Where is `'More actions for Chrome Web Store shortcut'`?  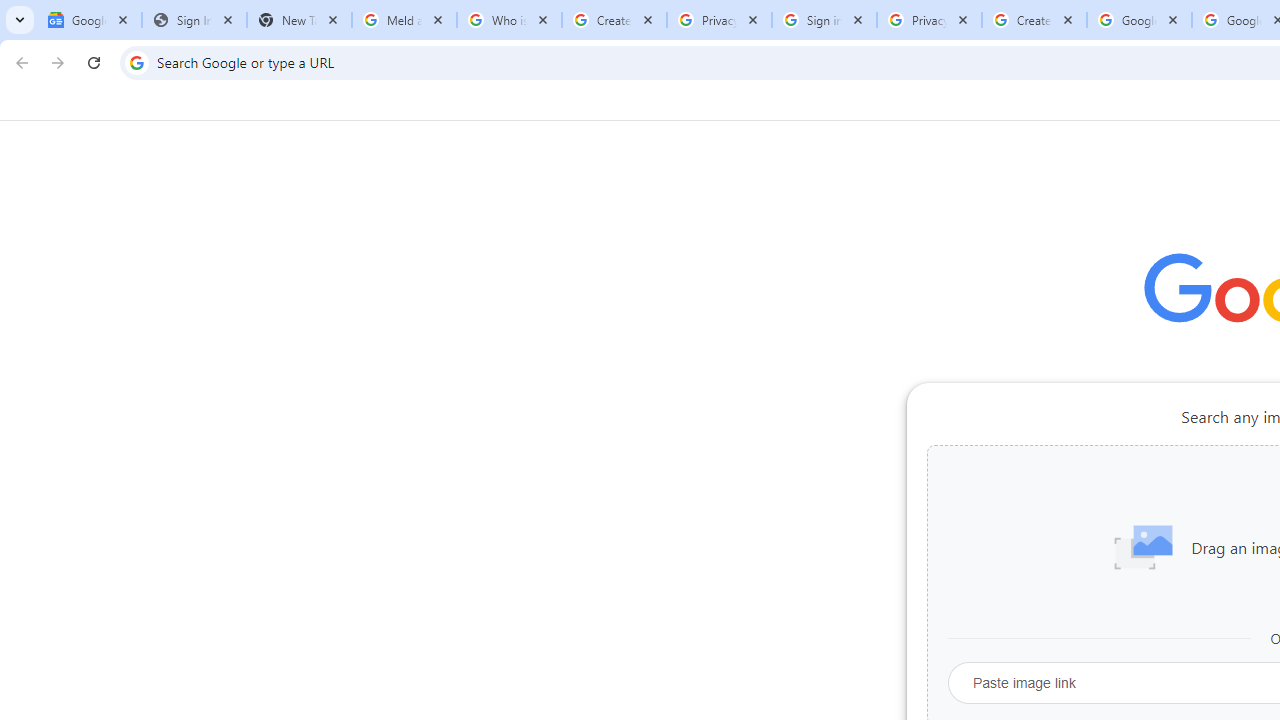
'More actions for Chrome Web Store shortcut' is located at coordinates (1207, 466).